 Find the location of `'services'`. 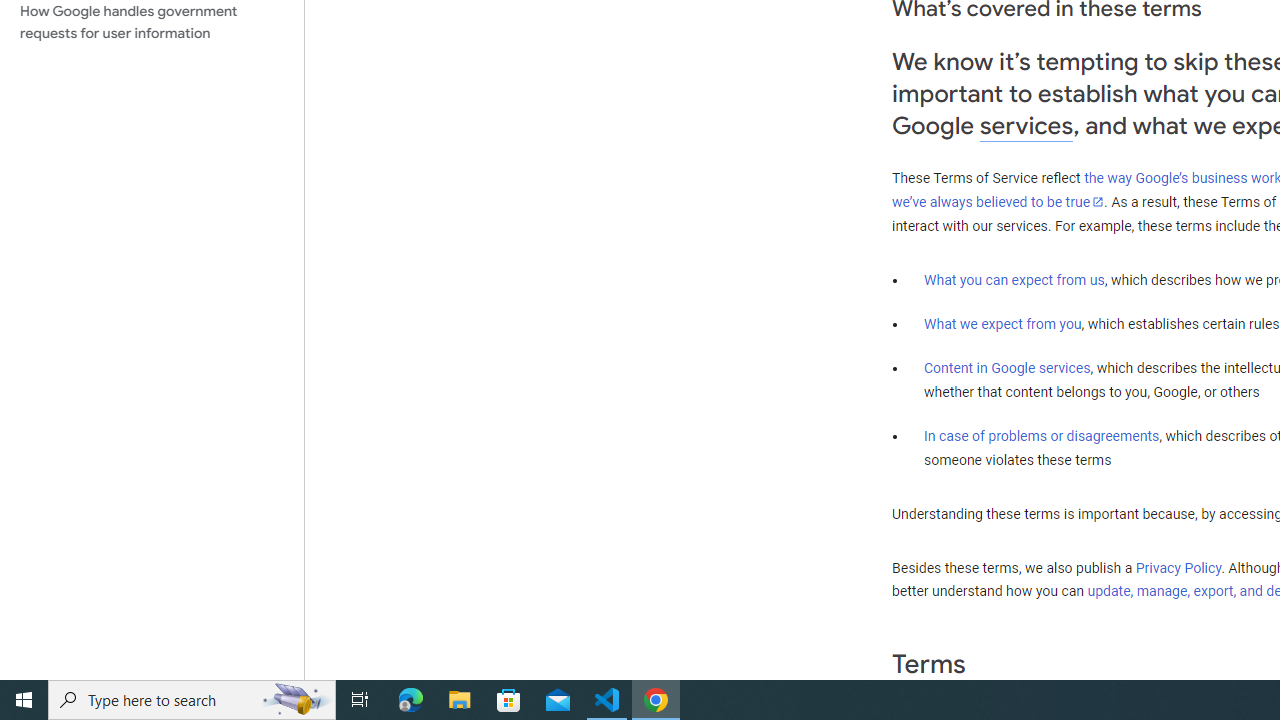

'services' is located at coordinates (1026, 125).